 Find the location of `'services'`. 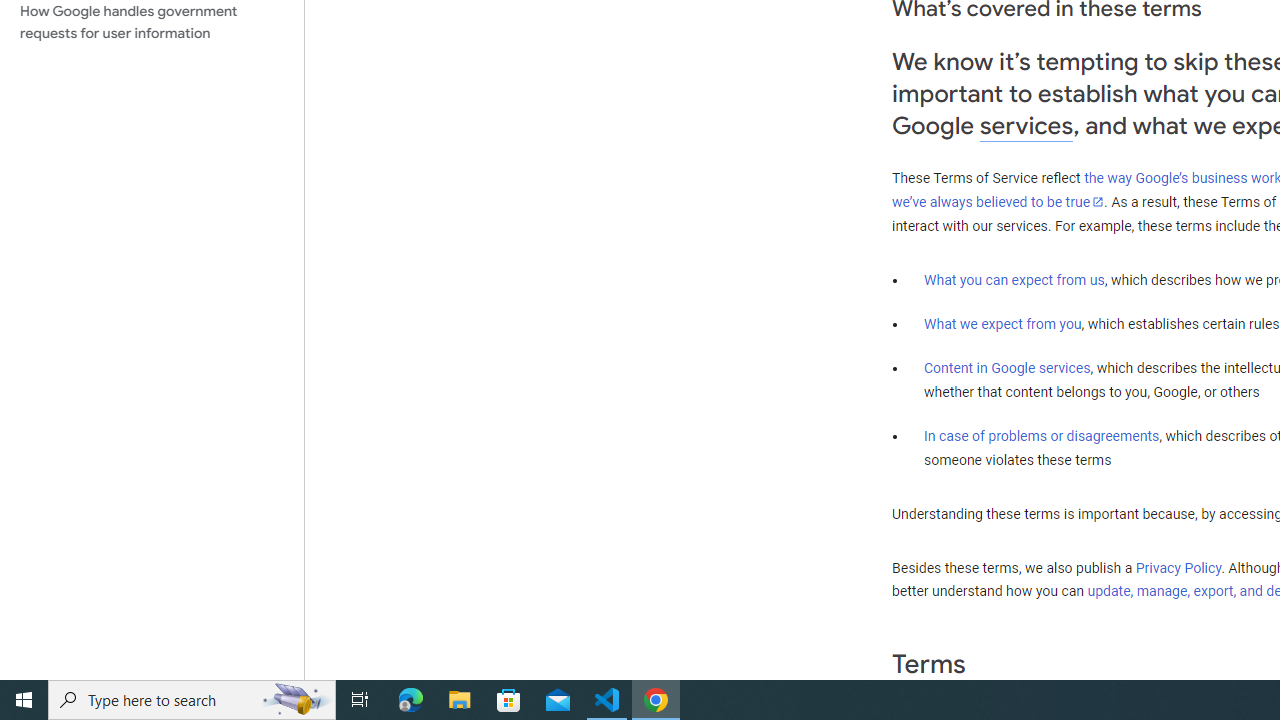

'services' is located at coordinates (1026, 125).